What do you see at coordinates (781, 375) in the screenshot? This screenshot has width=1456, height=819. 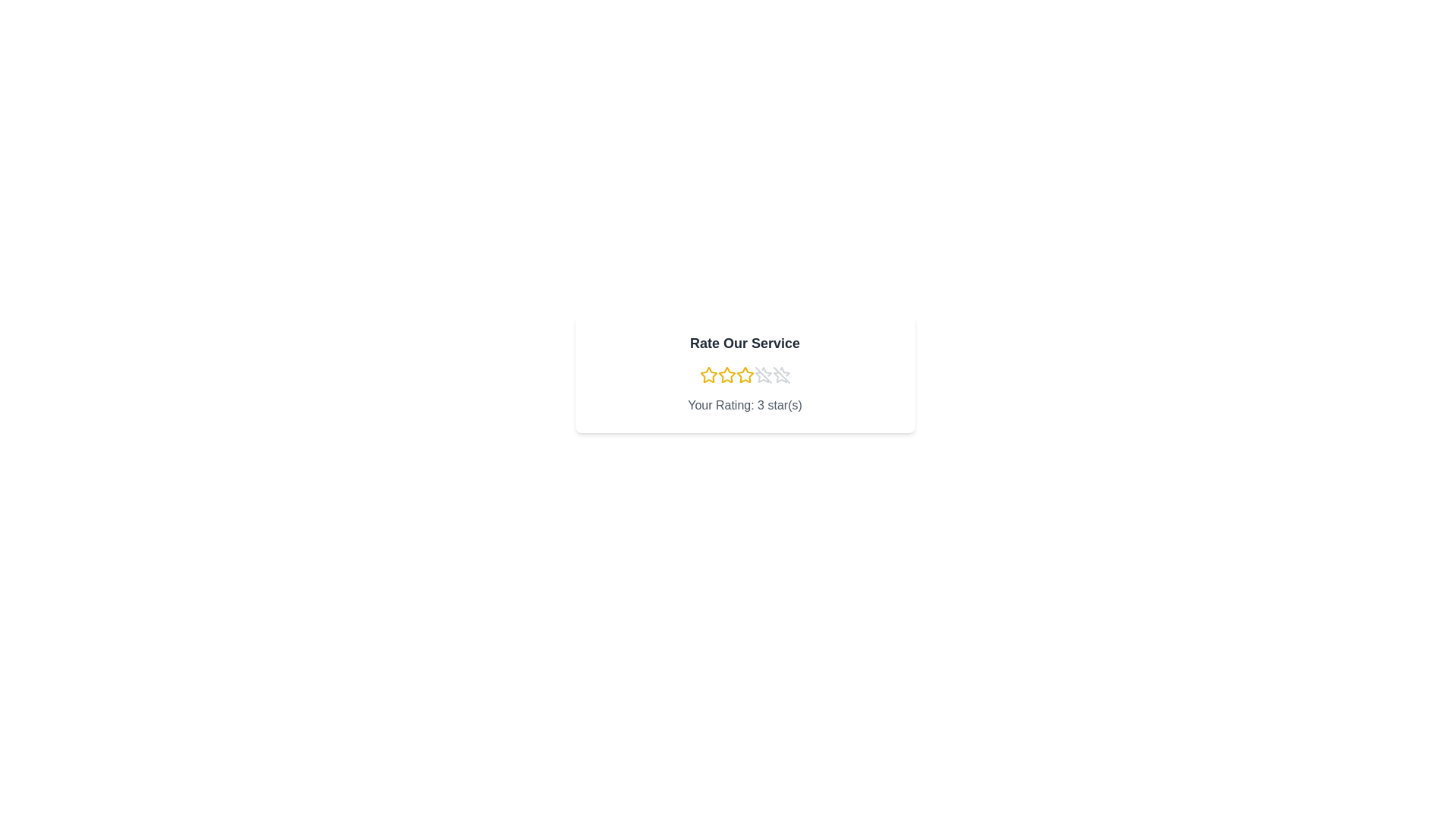 I see `the rating to 5 stars by clicking on the corresponding star` at bounding box center [781, 375].